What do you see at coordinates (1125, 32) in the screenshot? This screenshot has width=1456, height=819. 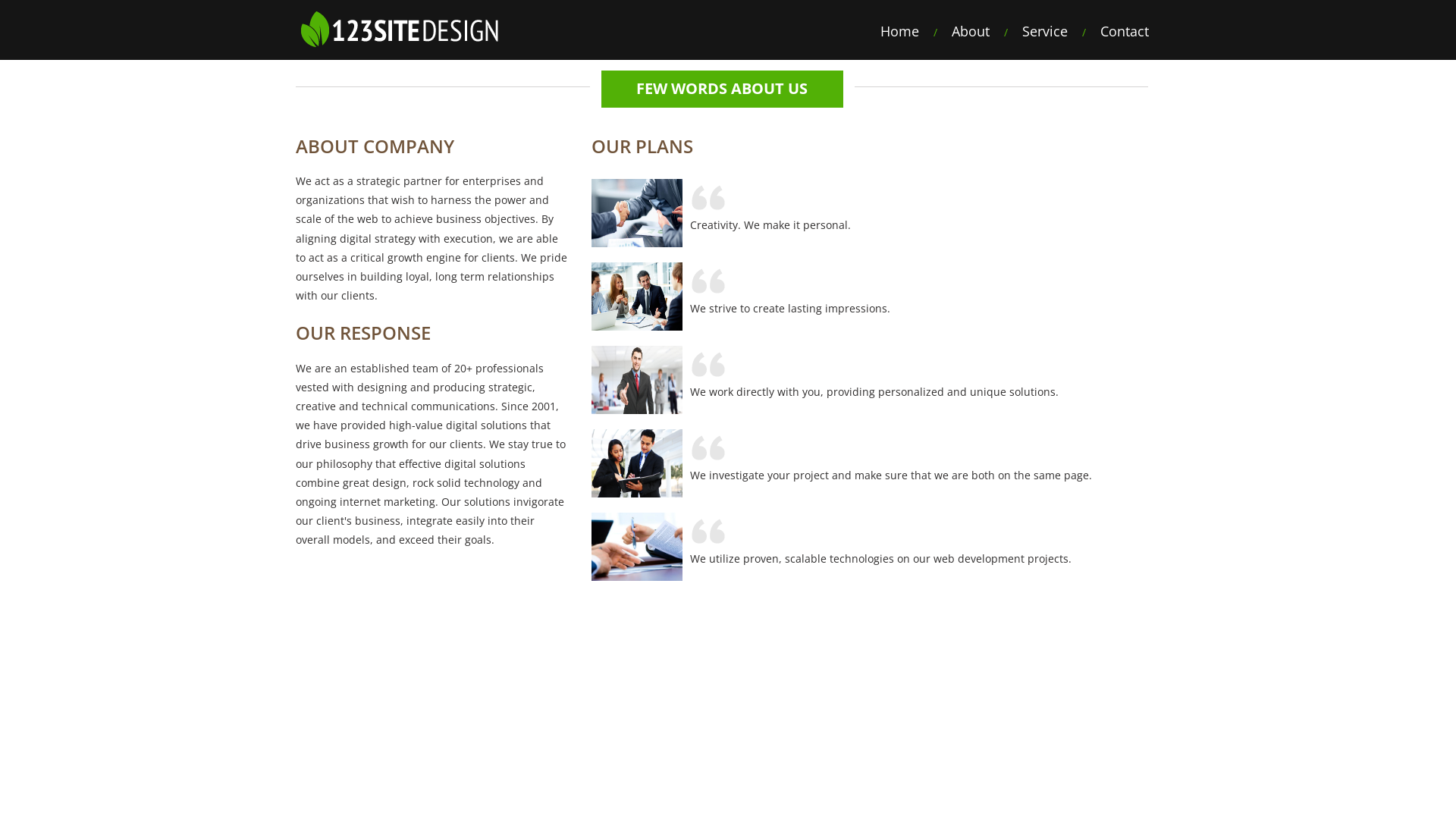 I see `'Contact'` at bounding box center [1125, 32].